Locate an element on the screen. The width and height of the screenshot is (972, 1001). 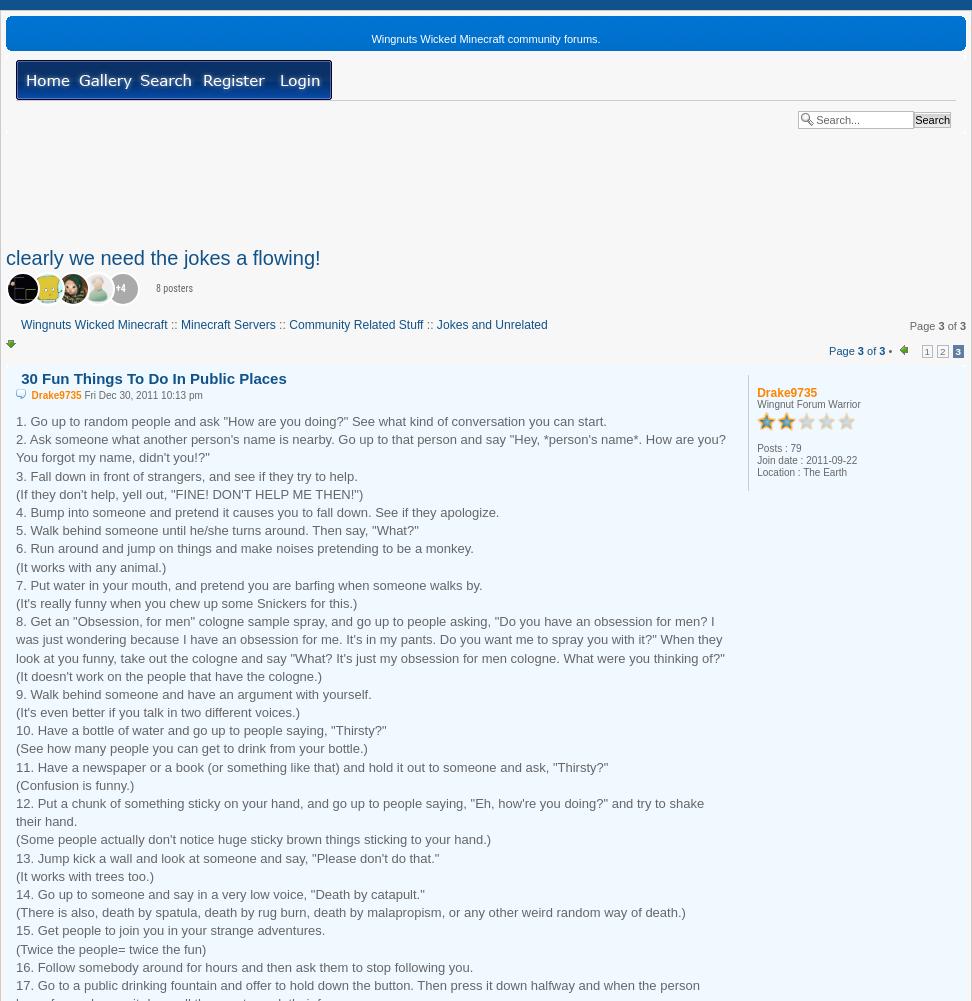
'1.  Go up to random people and ask "How are you doing?" See what kind of conversation you can start.' is located at coordinates (310, 420).